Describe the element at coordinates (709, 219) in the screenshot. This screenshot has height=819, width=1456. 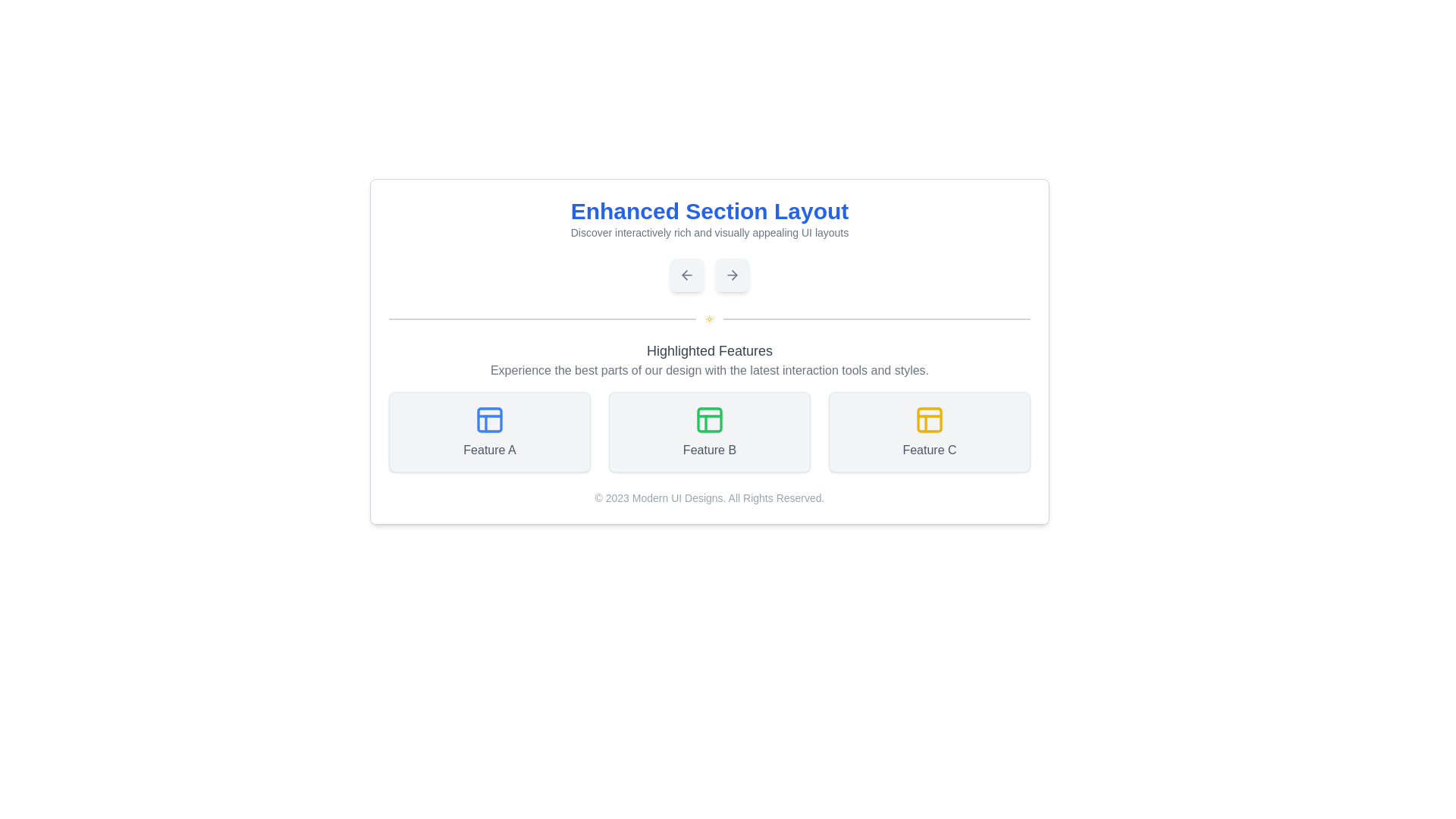
I see `the text block displaying the heading 'Enhanced Section Layout' with a subtitle describing interactive UI layouts` at that location.